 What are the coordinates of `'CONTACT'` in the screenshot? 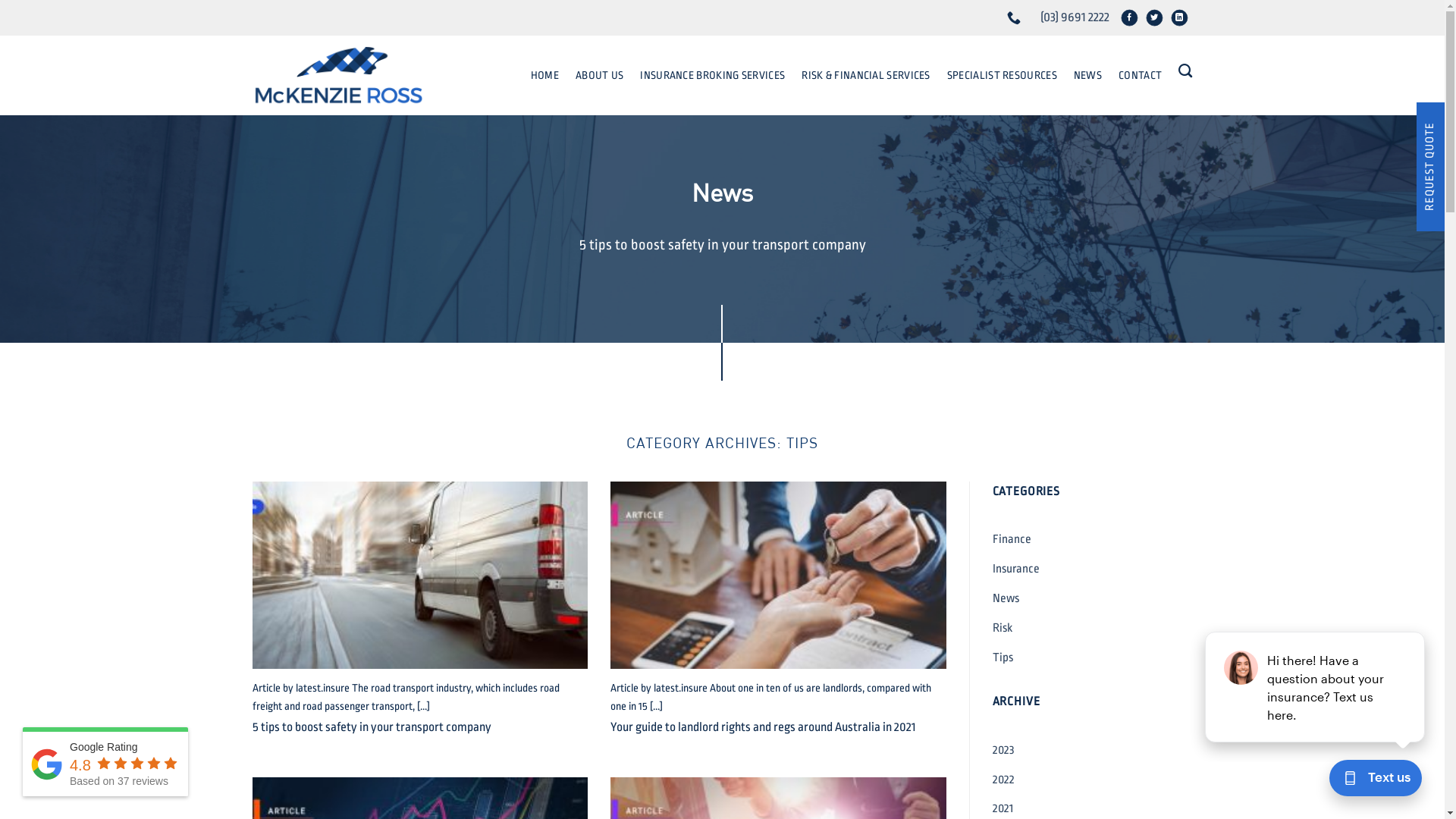 It's located at (1140, 75).